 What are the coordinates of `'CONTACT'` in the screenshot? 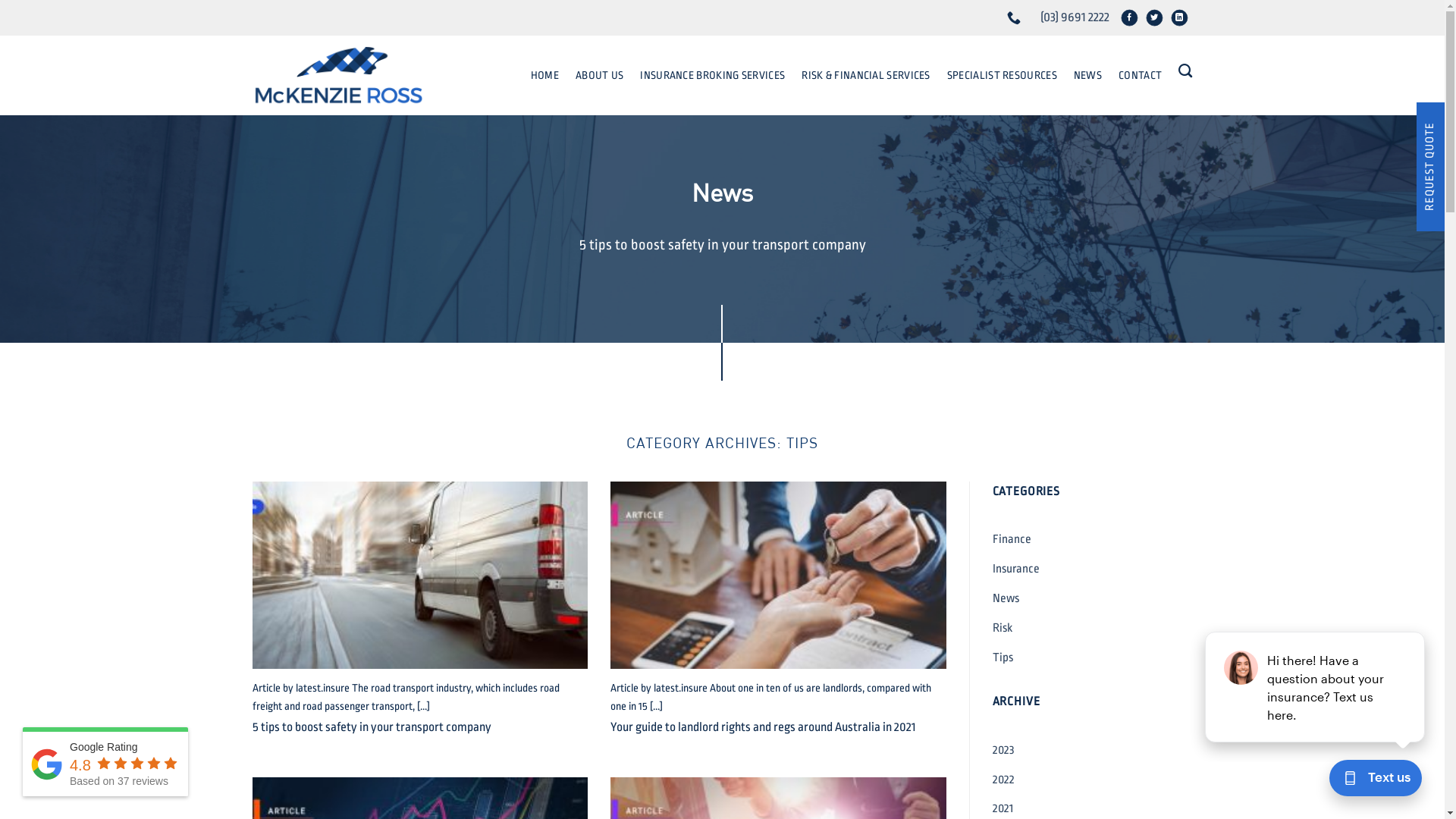 It's located at (1140, 75).